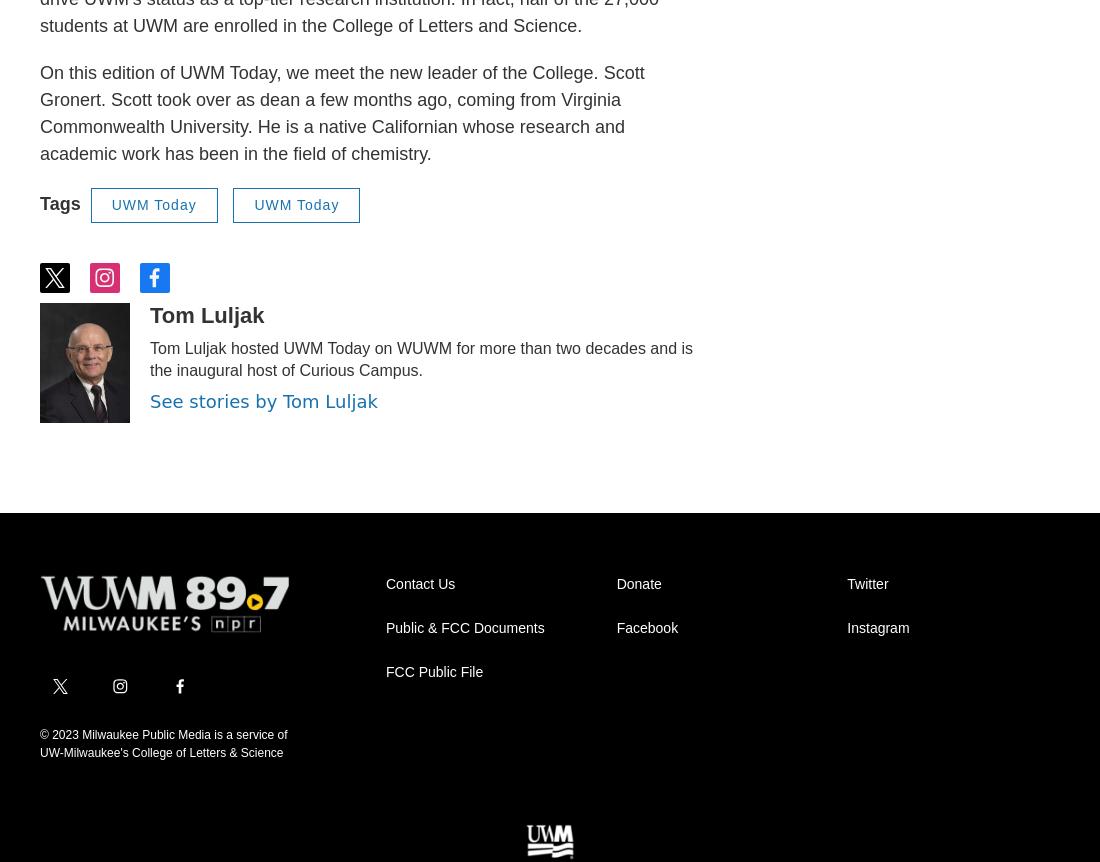  Describe the element at coordinates (58, 204) in the screenshot. I see `'Tags'` at that location.